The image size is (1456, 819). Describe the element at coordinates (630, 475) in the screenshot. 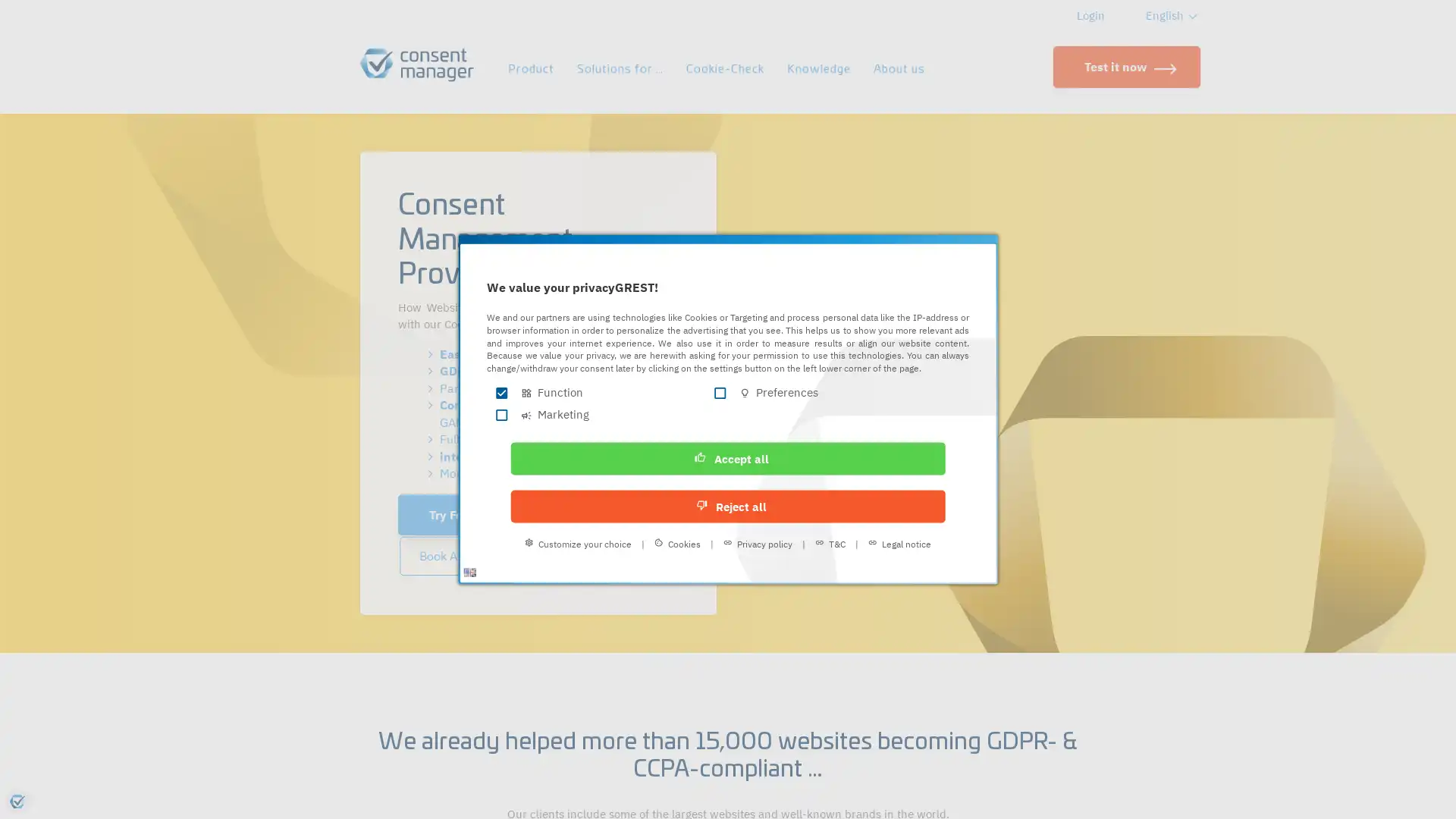

I see `Accept all` at that location.